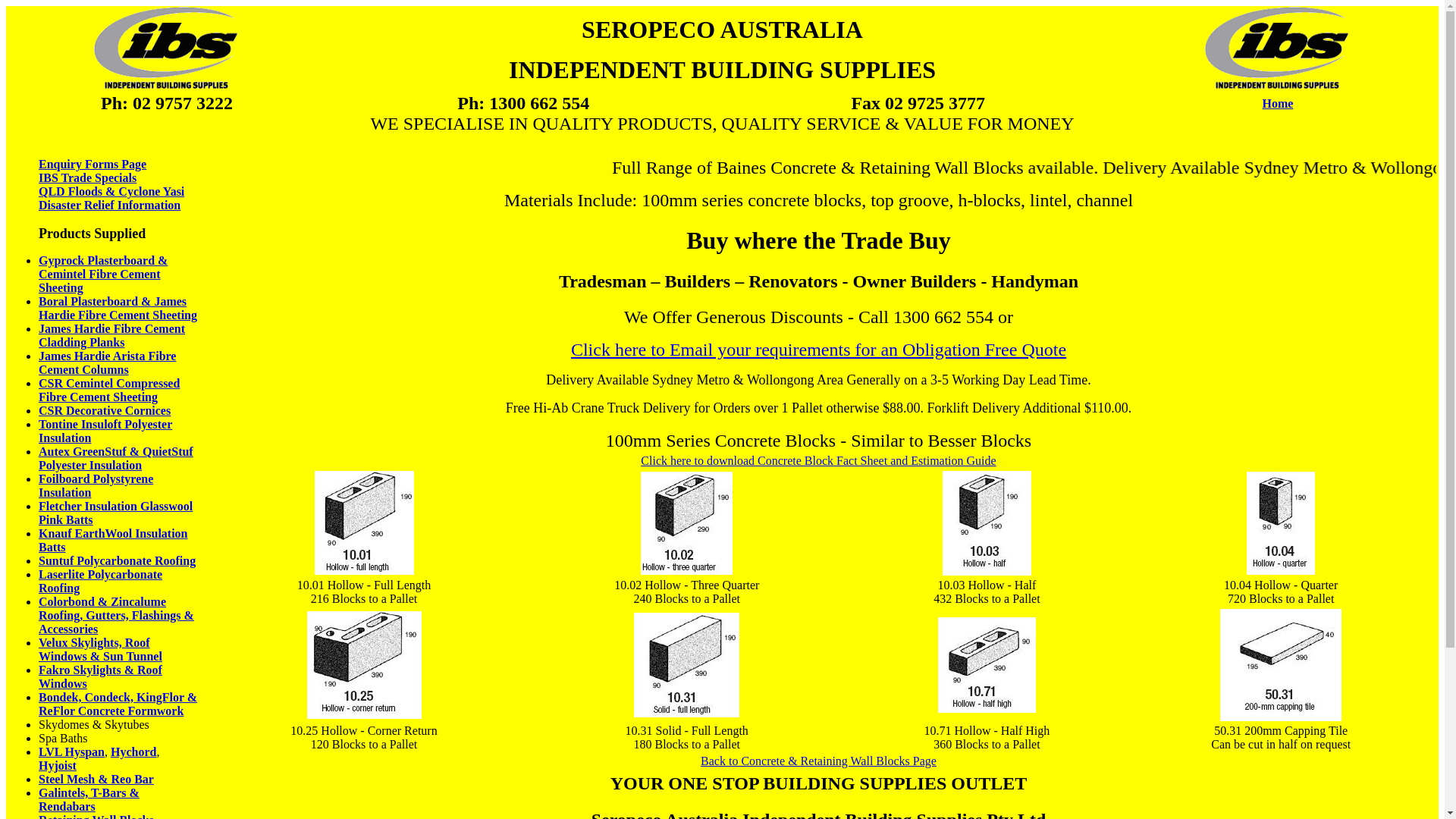 This screenshot has height=819, width=1456. Describe the element at coordinates (105, 431) in the screenshot. I see `'Tontine Insuloft Polyester Insulation'` at that location.